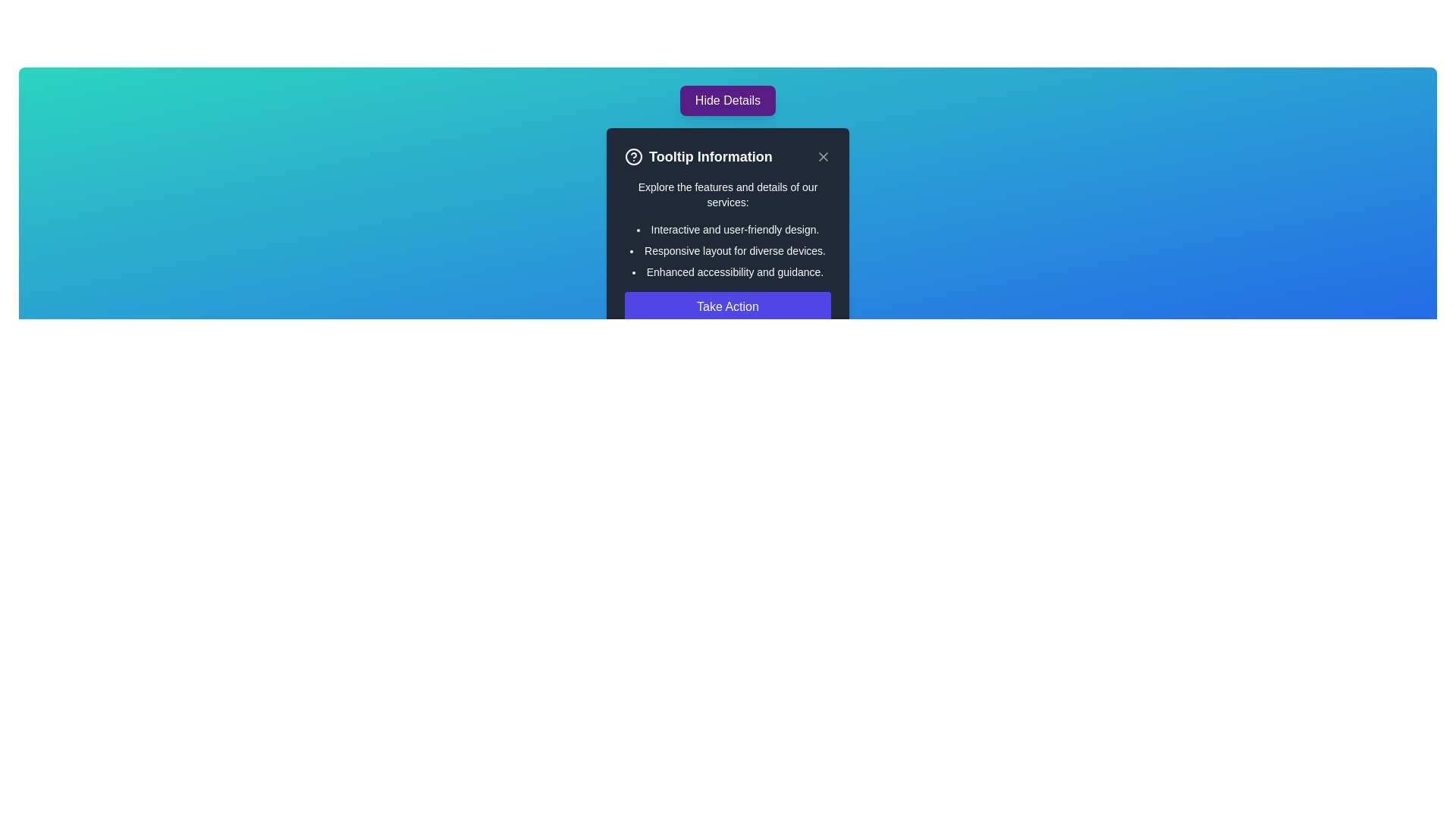  What do you see at coordinates (633, 157) in the screenshot?
I see `the circular icon with a question mark located to the left of the text 'Tooltip Information'` at bounding box center [633, 157].